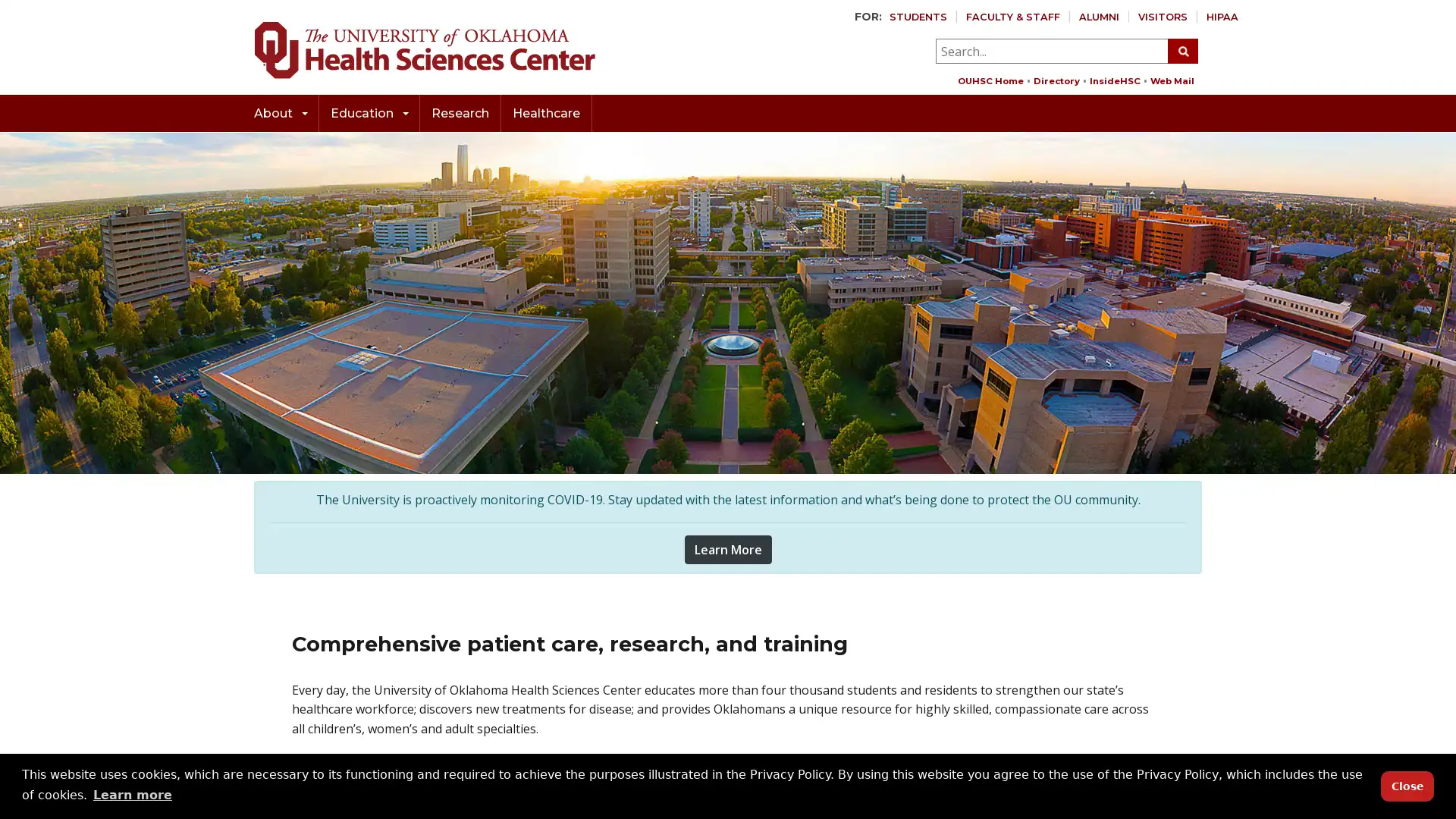  What do you see at coordinates (132, 794) in the screenshot?
I see `learn more about cookies` at bounding box center [132, 794].